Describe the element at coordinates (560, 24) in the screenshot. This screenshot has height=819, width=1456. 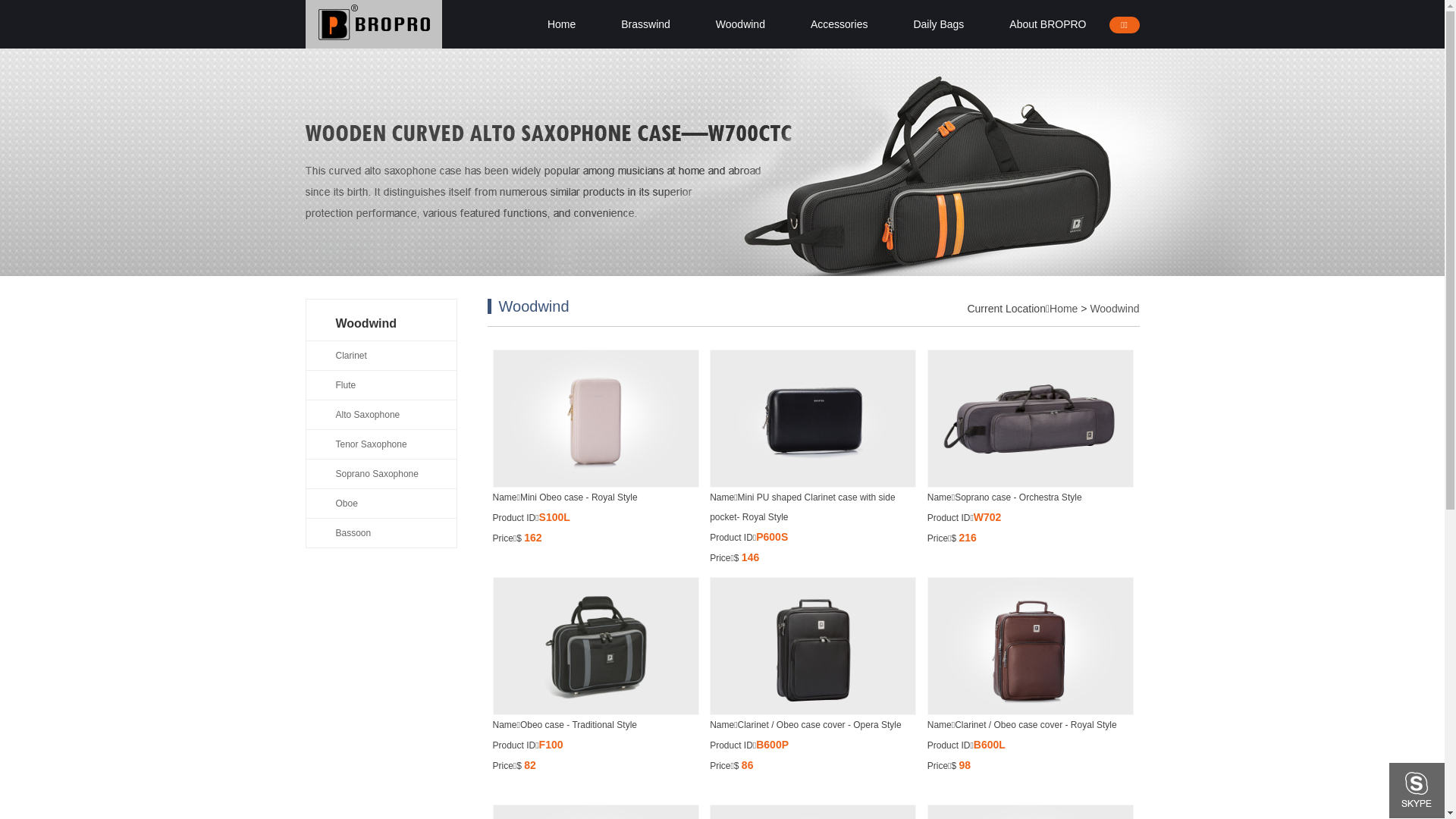
I see `'Home'` at that location.